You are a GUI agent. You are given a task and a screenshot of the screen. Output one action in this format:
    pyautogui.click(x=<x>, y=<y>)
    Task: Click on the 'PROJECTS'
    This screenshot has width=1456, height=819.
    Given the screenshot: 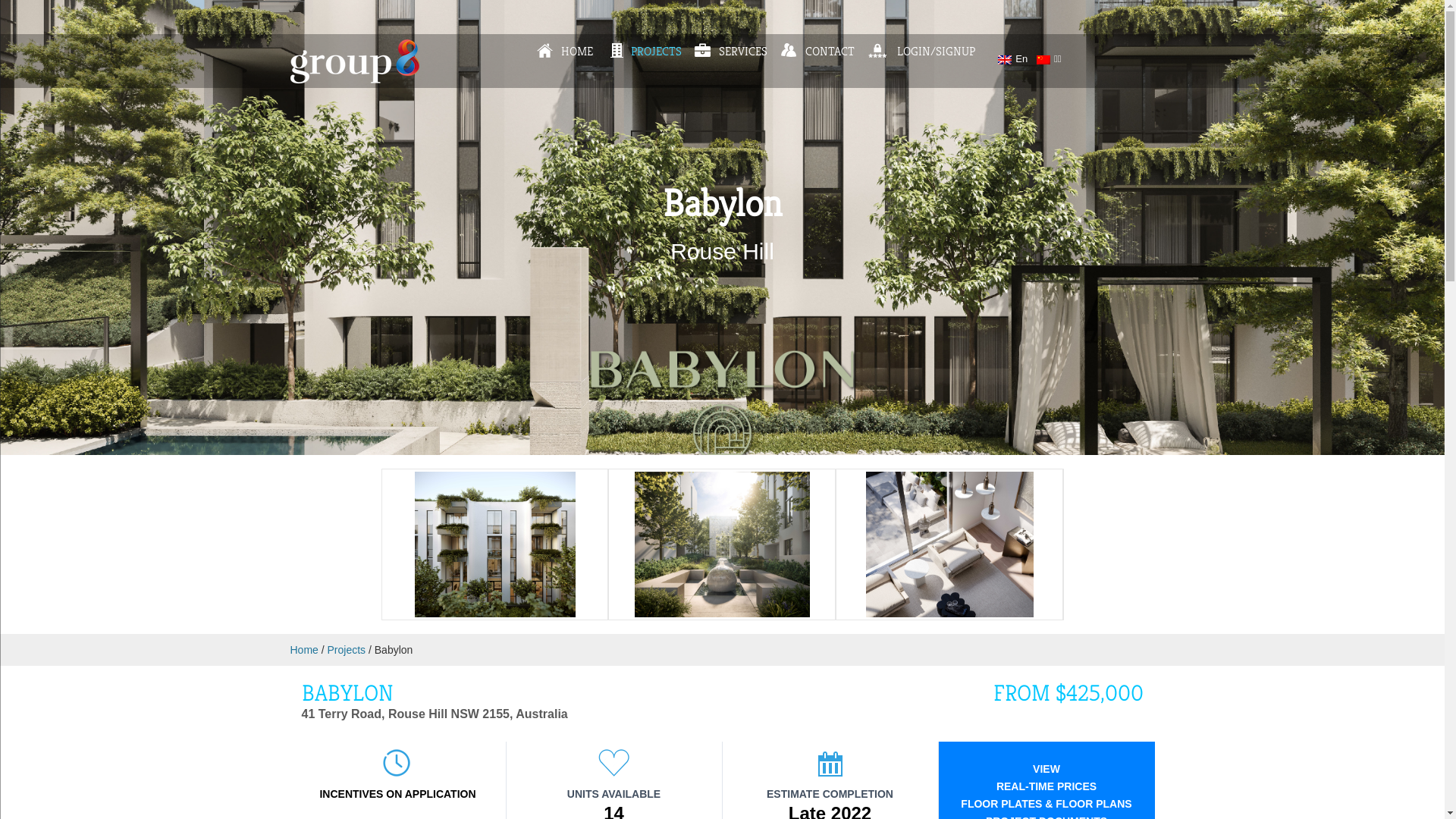 What is the action you would take?
    pyautogui.click(x=607, y=51)
    